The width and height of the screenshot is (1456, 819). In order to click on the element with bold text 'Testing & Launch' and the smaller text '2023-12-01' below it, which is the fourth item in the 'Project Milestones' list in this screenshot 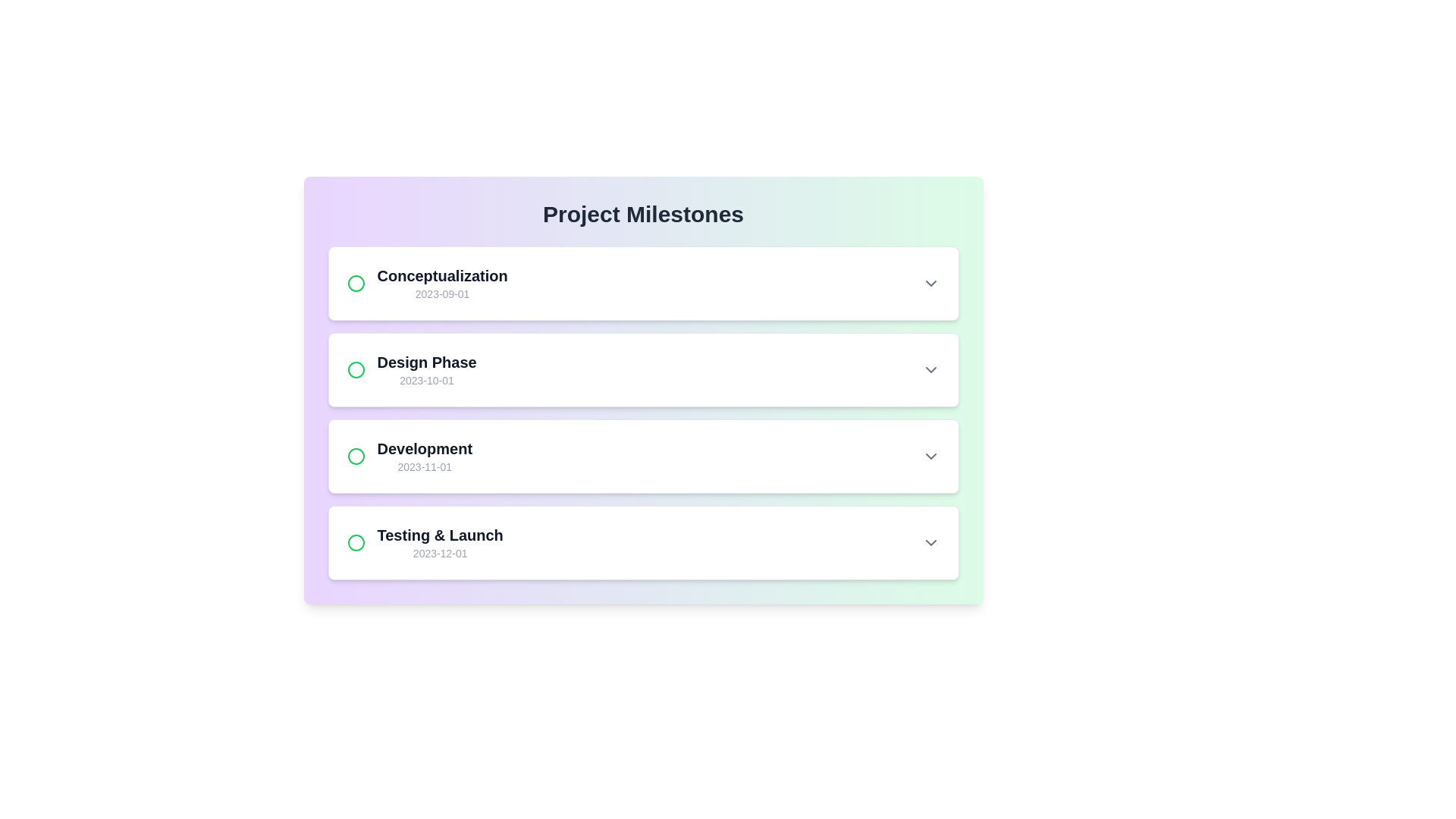, I will do `click(425, 542)`.